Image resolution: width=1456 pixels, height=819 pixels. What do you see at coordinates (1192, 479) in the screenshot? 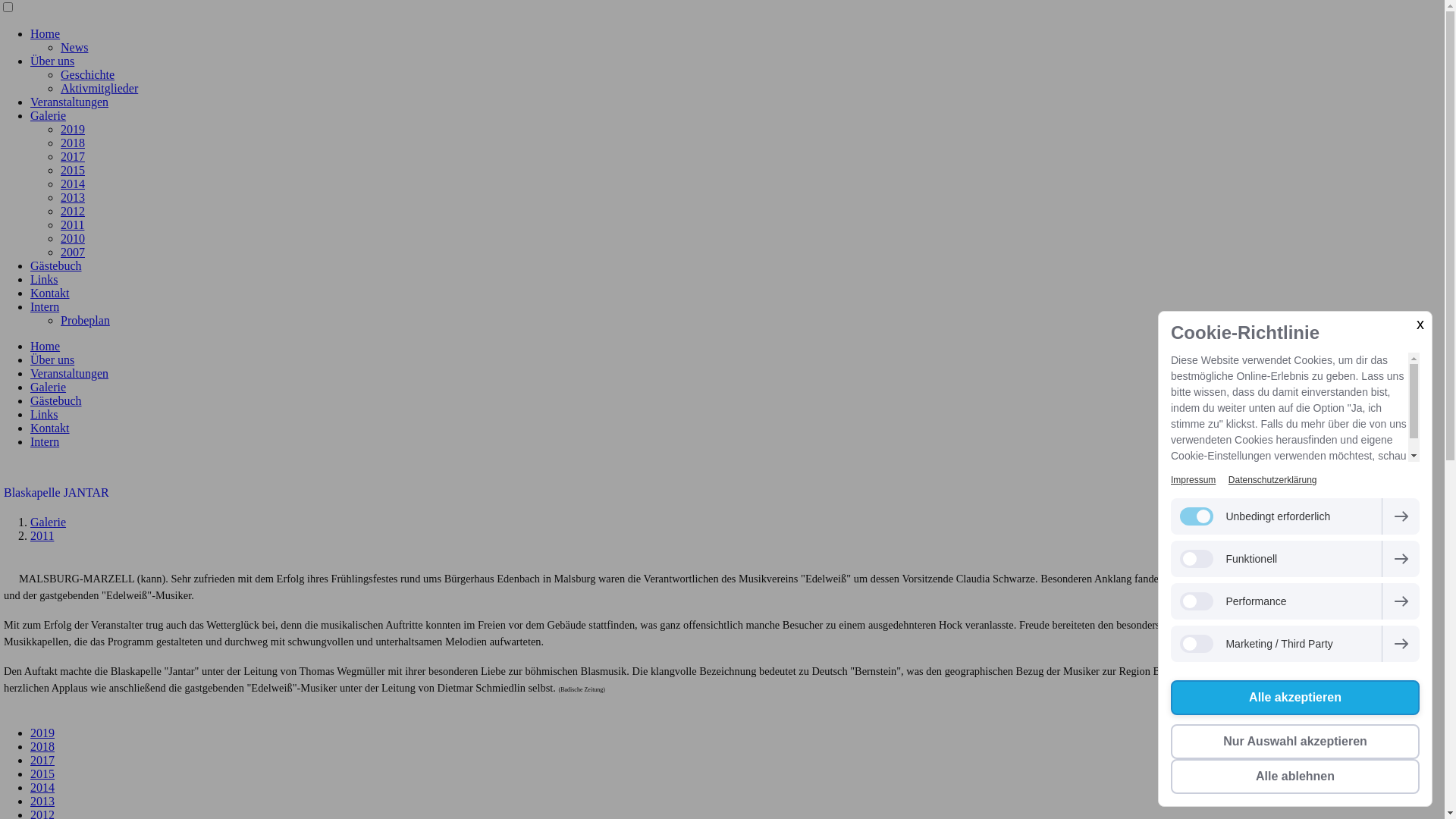
I see `'Impressum'` at bounding box center [1192, 479].